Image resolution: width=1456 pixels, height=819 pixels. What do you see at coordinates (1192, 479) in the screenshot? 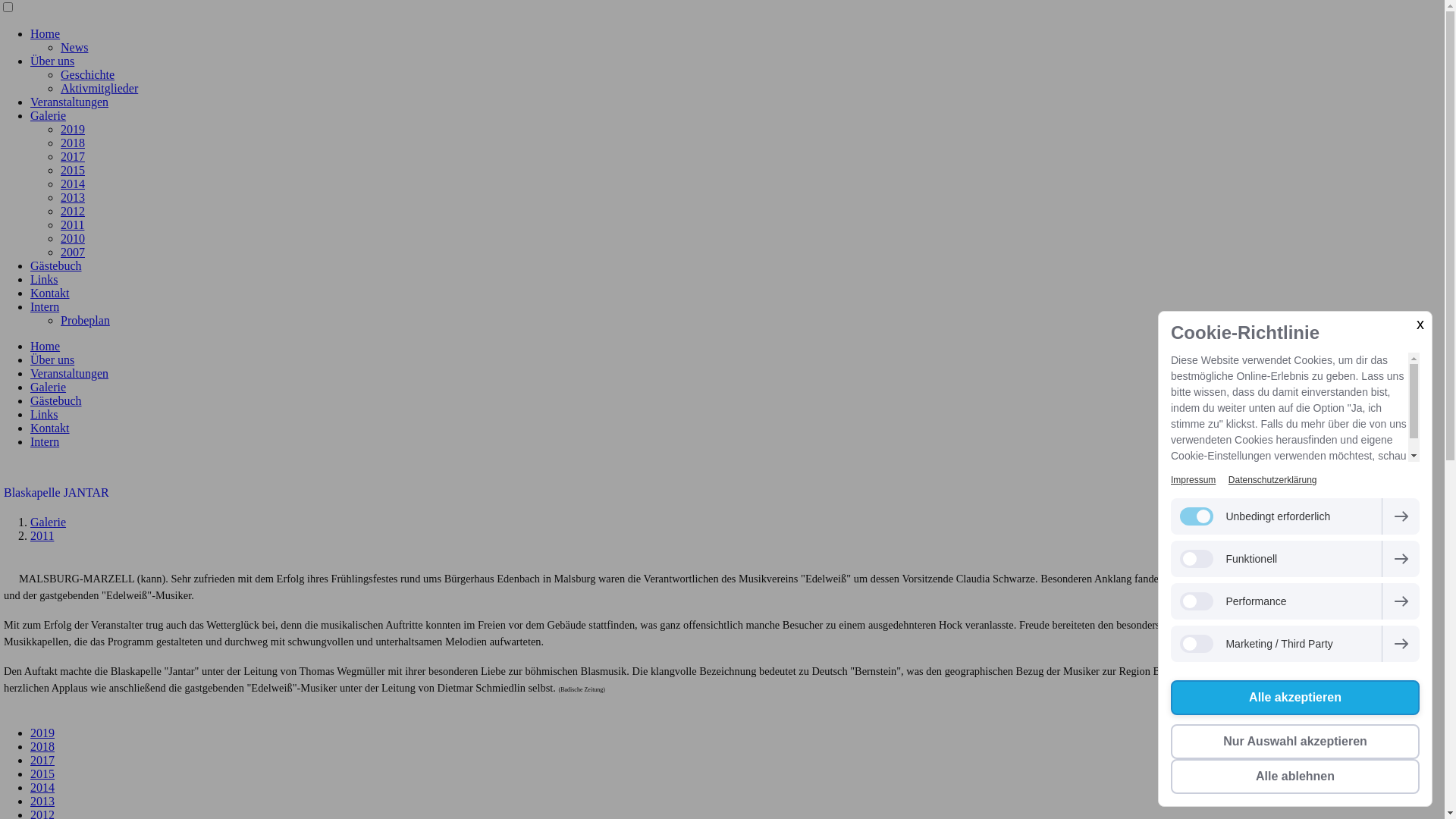
I see `'Impressum'` at bounding box center [1192, 479].